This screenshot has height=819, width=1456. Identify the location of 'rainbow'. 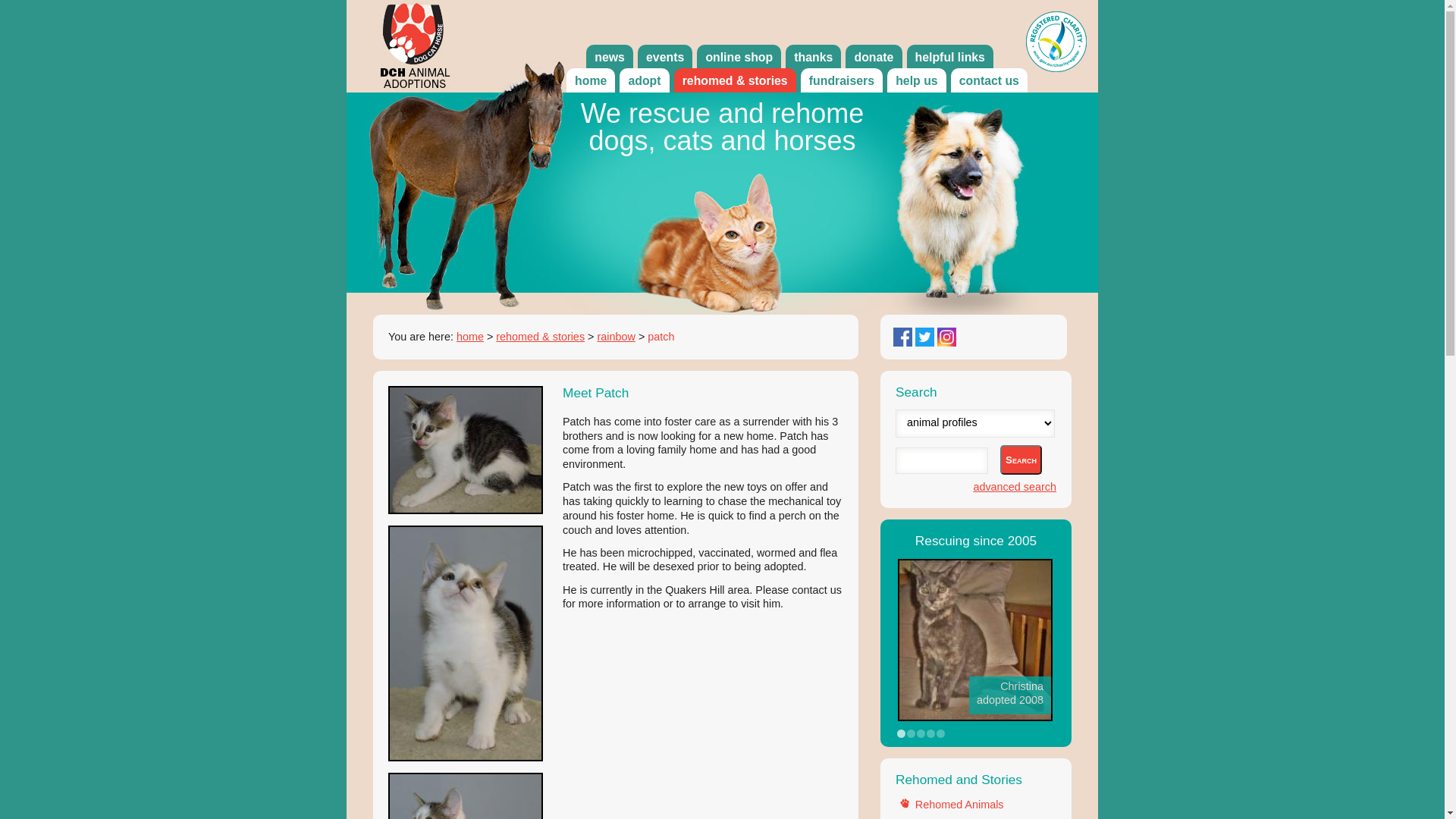
(596, 335).